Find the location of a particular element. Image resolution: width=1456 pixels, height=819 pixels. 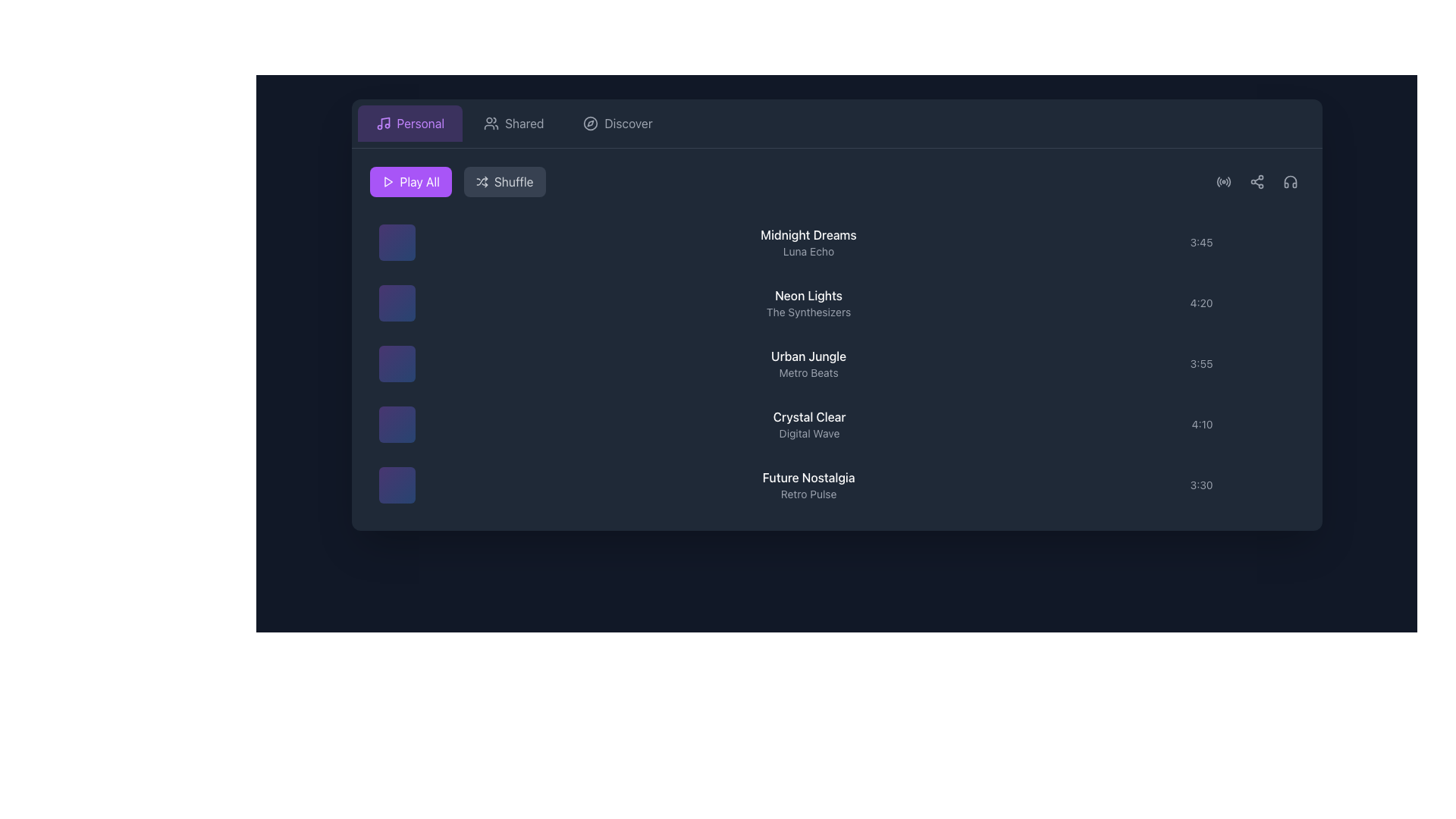

the first list item in the music track selection area is located at coordinates (836, 242).